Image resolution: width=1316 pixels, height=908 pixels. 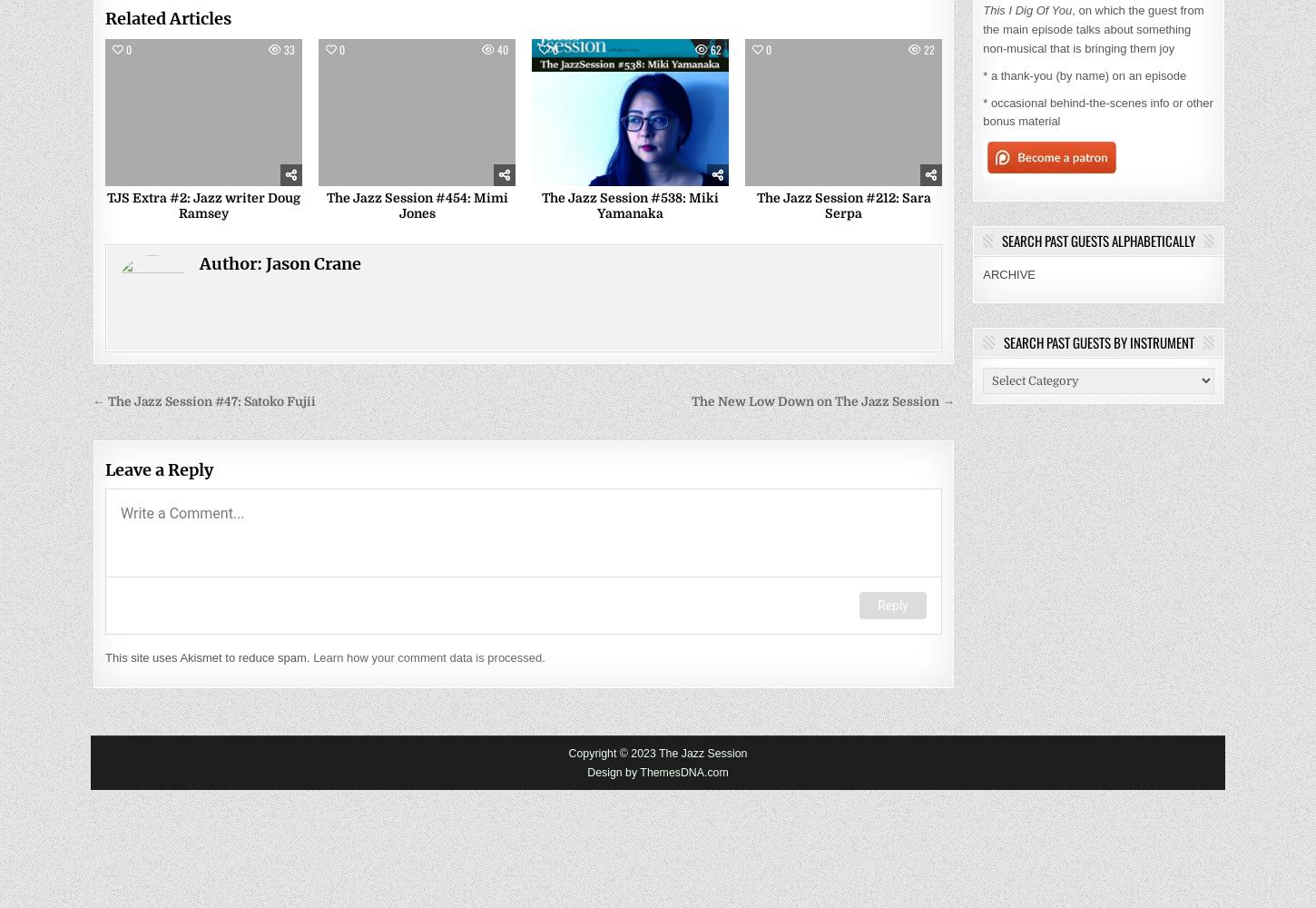 What do you see at coordinates (1008, 274) in the screenshot?
I see `'ARCHIVE'` at bounding box center [1008, 274].